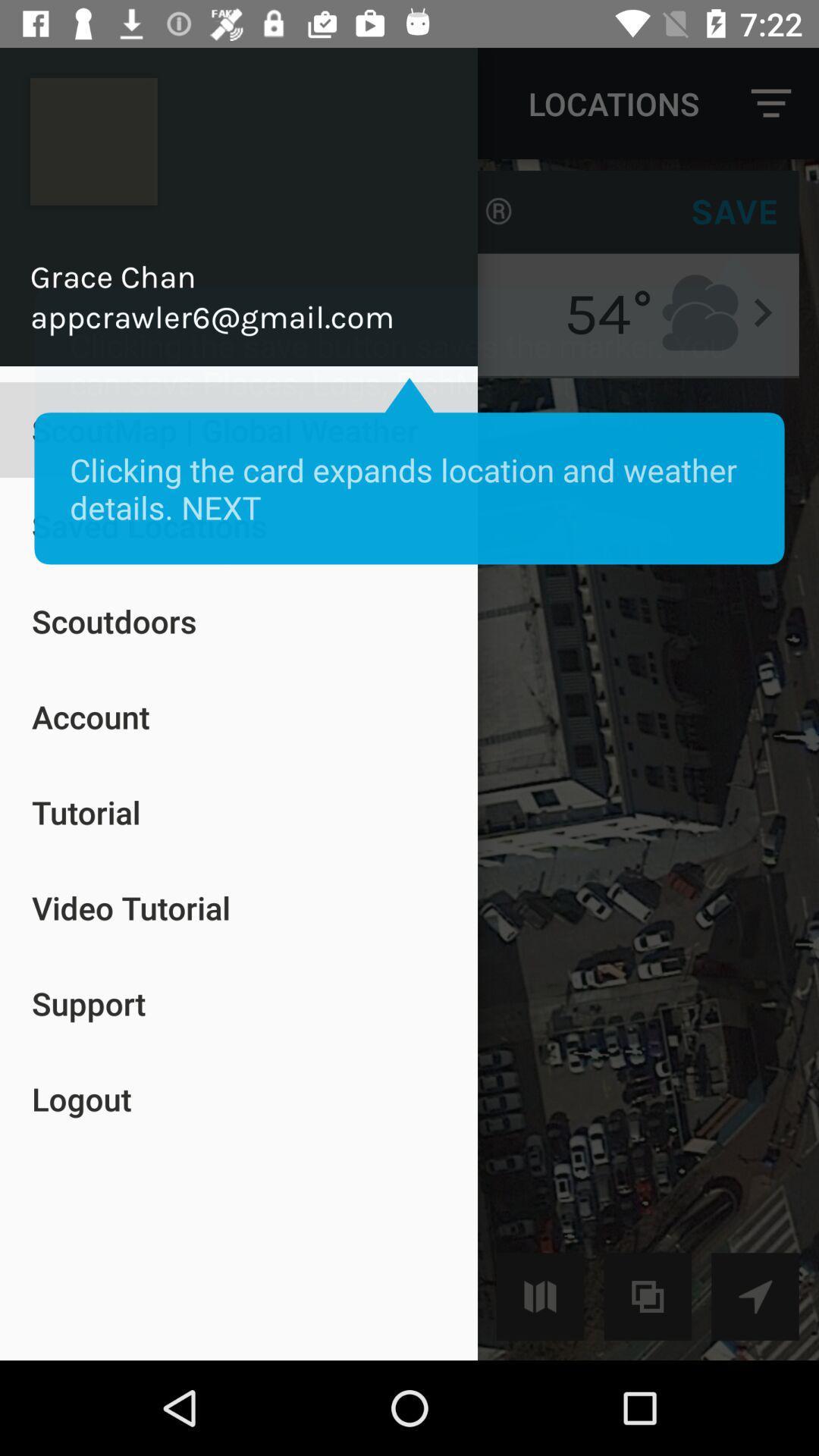  I want to click on the sliders icon, so click(539, 1295).